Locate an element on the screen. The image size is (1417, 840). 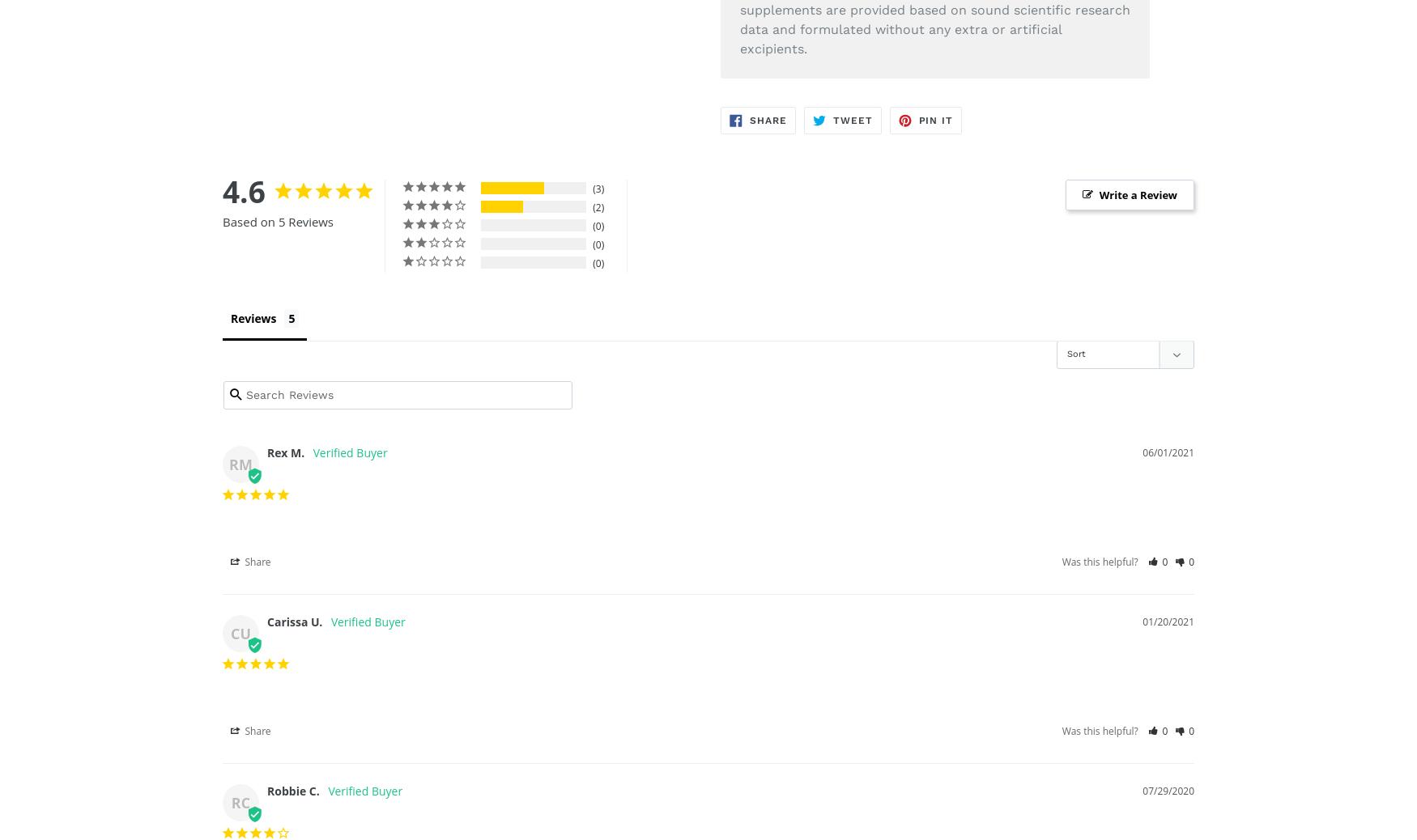
'2' is located at coordinates (598, 206).